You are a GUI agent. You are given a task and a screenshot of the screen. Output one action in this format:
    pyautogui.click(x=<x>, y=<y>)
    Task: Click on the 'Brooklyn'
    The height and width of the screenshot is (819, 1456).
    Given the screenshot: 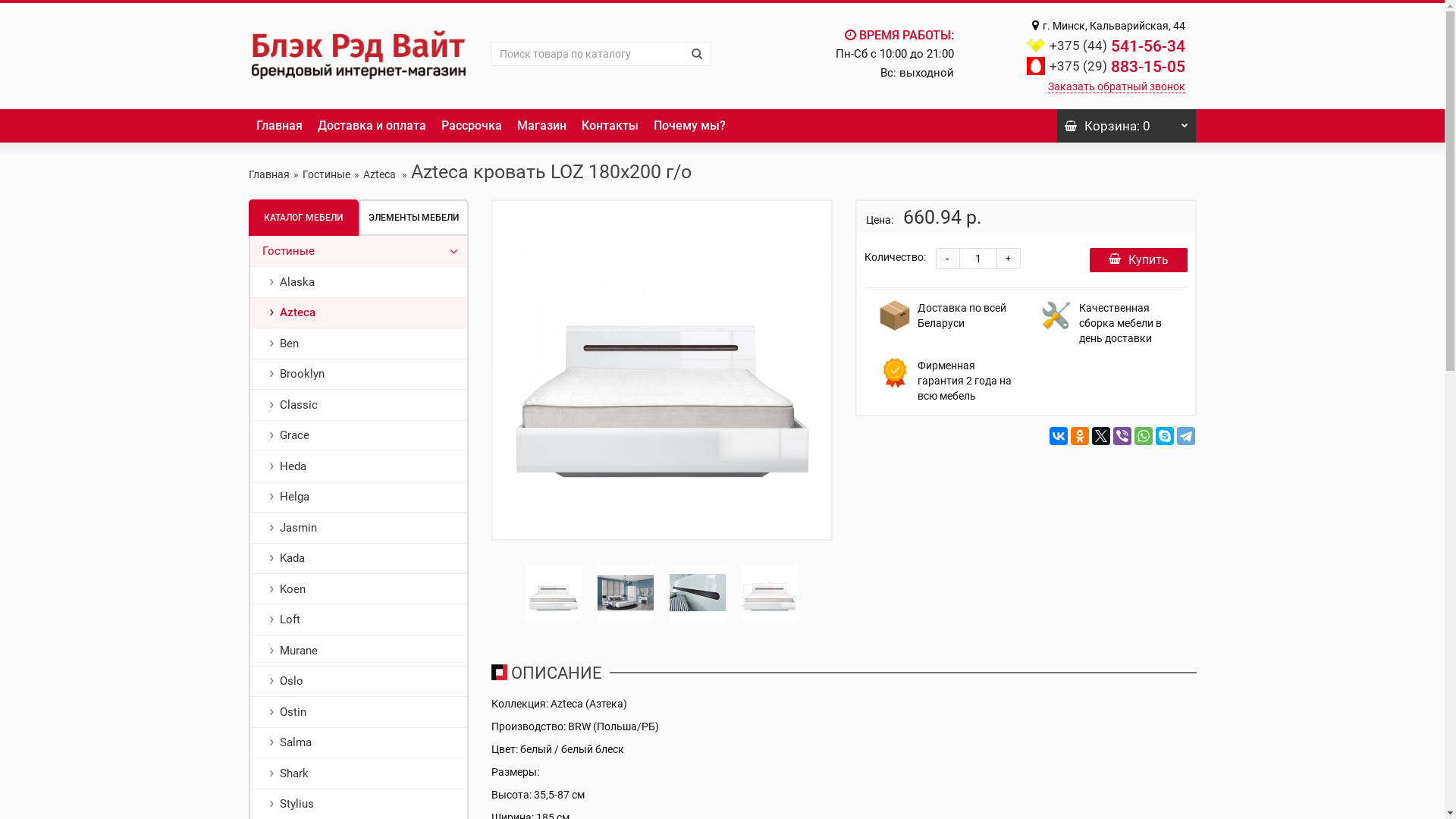 What is the action you would take?
    pyautogui.click(x=358, y=374)
    